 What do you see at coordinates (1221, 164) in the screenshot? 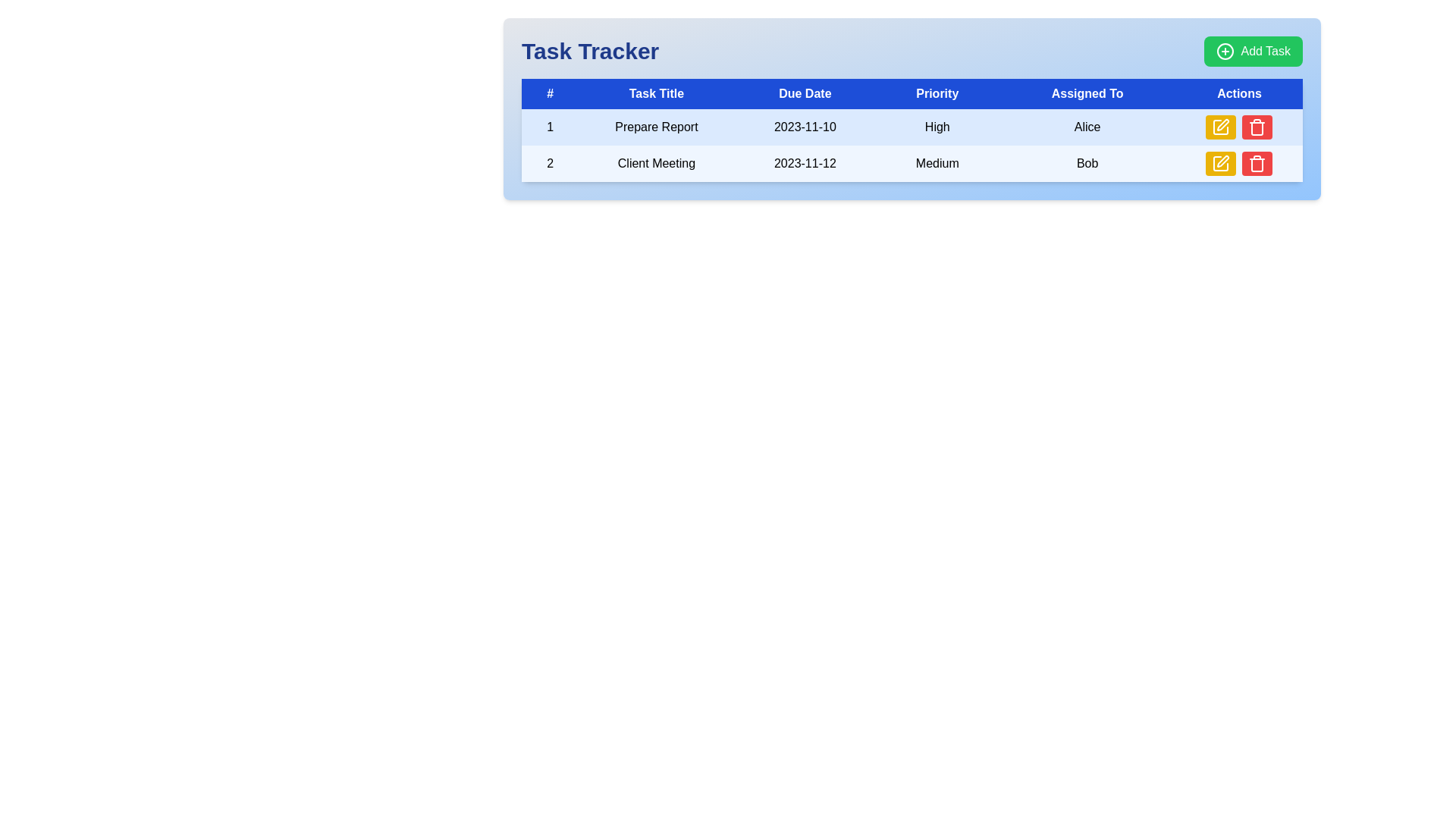
I see `the pencil icon inside a yellow square located in the second row of the 'Actions' column in the 'Task Tracker' section to initiate editing for the associated task` at bounding box center [1221, 164].